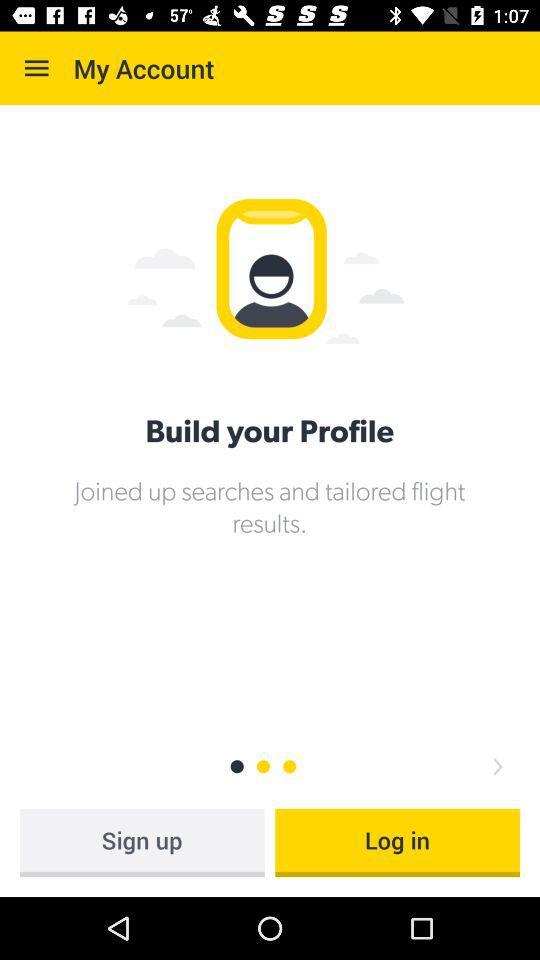  Describe the element at coordinates (496, 765) in the screenshot. I see `the arrow_forward icon` at that location.